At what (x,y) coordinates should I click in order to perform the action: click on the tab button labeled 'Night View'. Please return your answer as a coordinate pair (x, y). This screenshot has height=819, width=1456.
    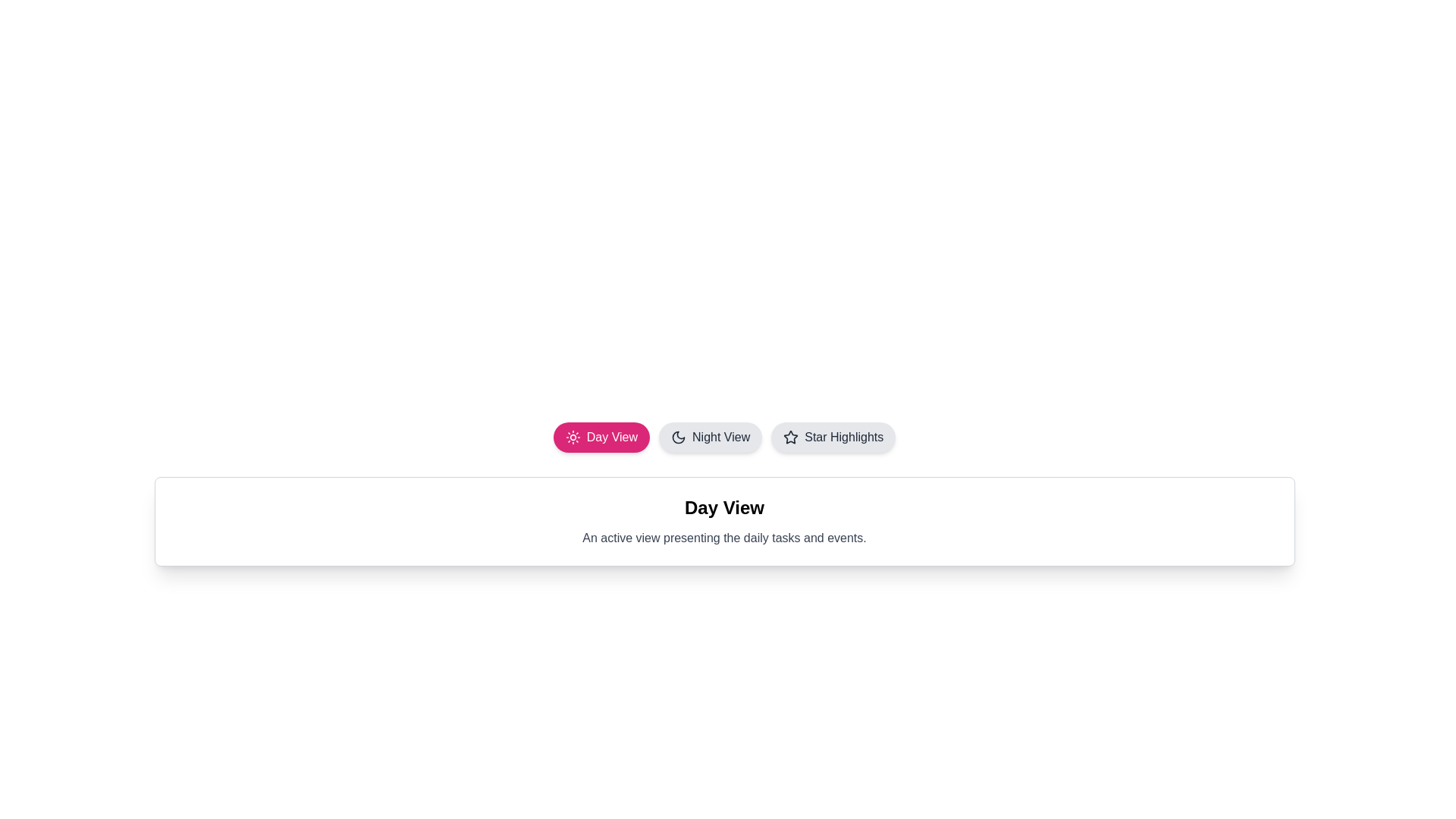
    Looking at the image, I should click on (709, 438).